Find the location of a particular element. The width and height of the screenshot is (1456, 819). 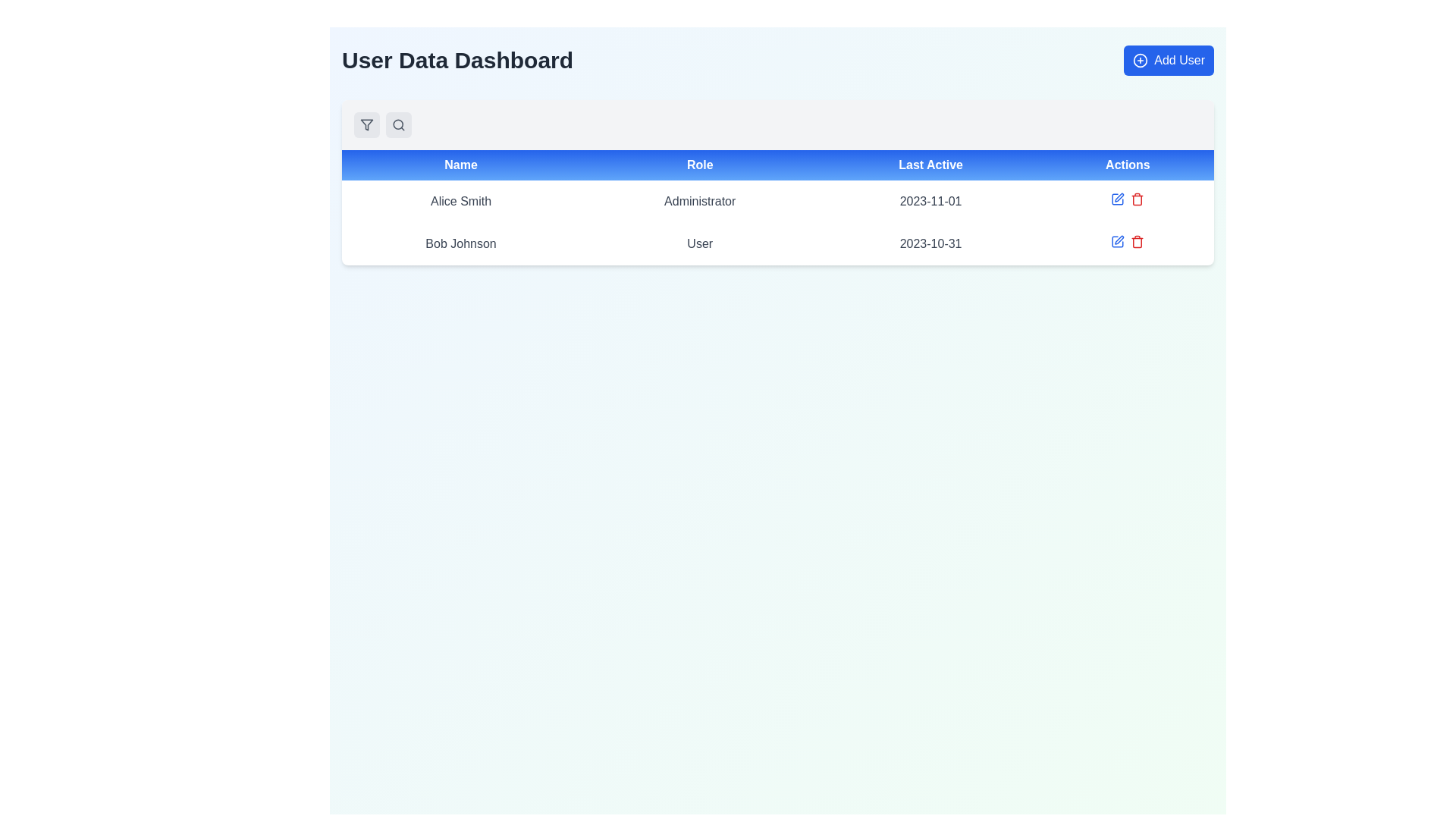

the trashcan icon representing the delete action for 'Bob Johnson' in the second row of the Actions column is located at coordinates (1137, 242).